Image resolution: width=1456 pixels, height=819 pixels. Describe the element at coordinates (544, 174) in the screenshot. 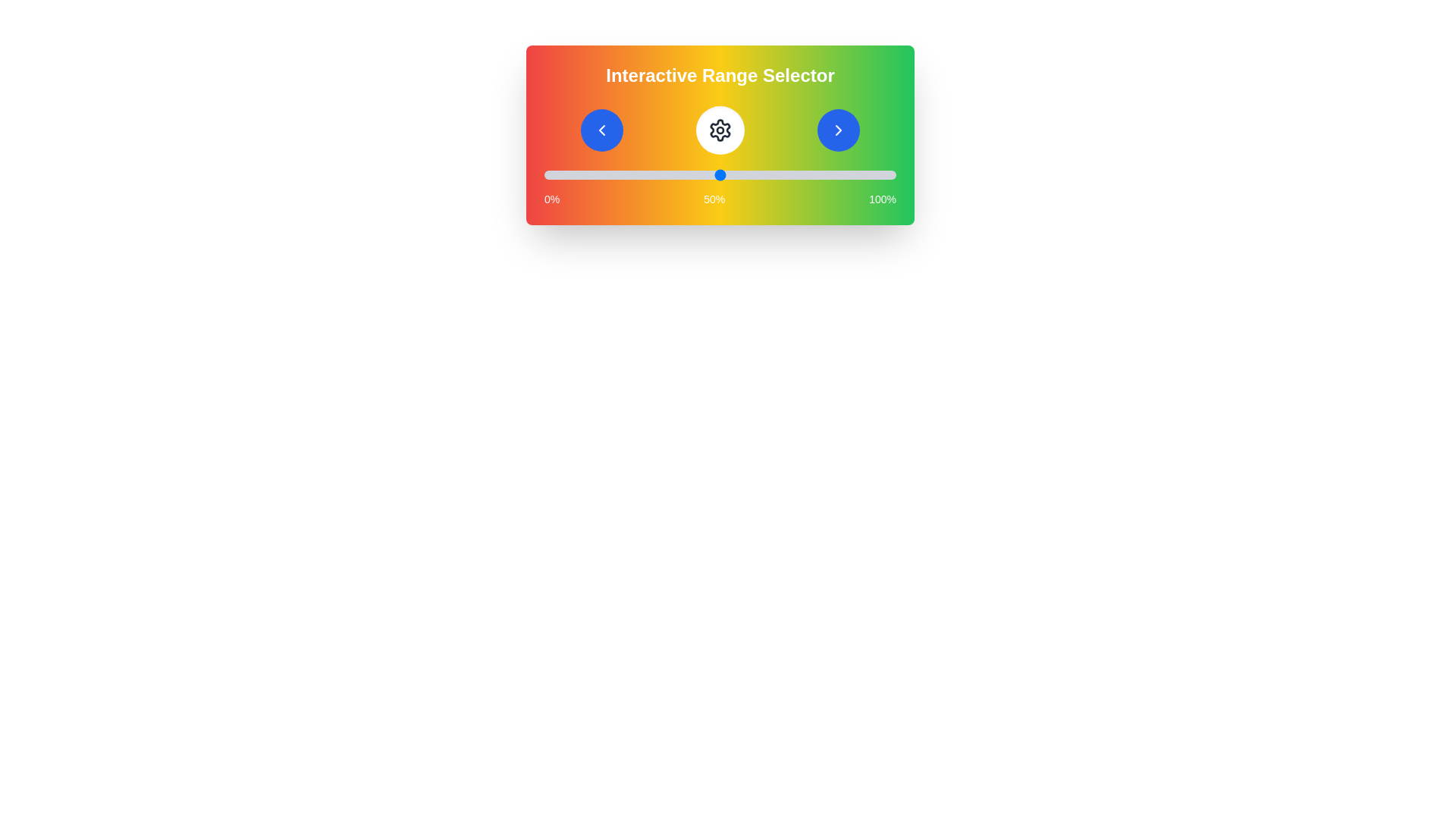

I see `the slider to set the value to 0` at that location.